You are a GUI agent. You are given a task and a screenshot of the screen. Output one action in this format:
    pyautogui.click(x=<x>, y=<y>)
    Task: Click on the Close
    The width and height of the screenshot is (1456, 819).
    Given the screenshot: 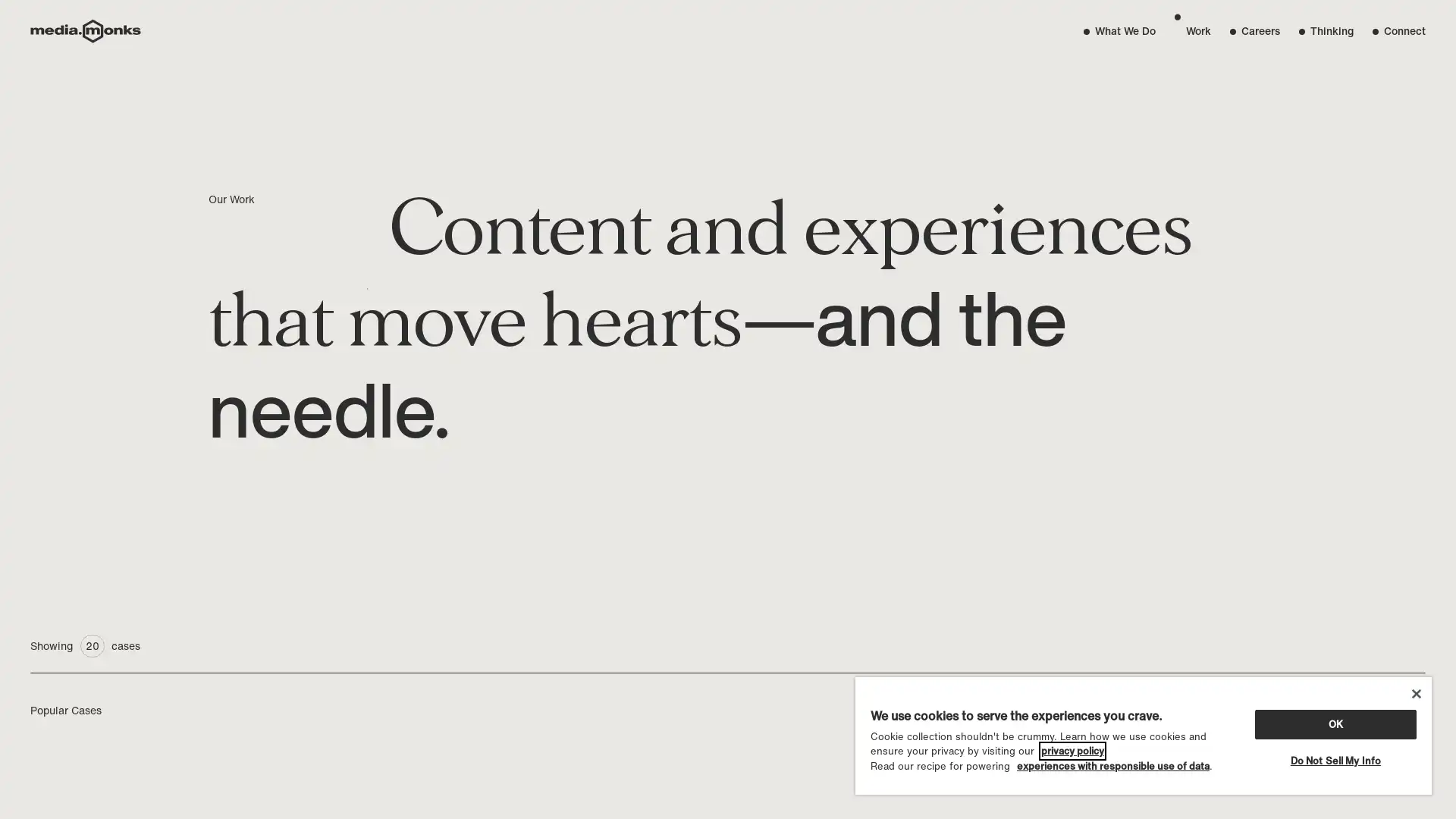 What is the action you would take?
    pyautogui.click(x=1415, y=693)
    